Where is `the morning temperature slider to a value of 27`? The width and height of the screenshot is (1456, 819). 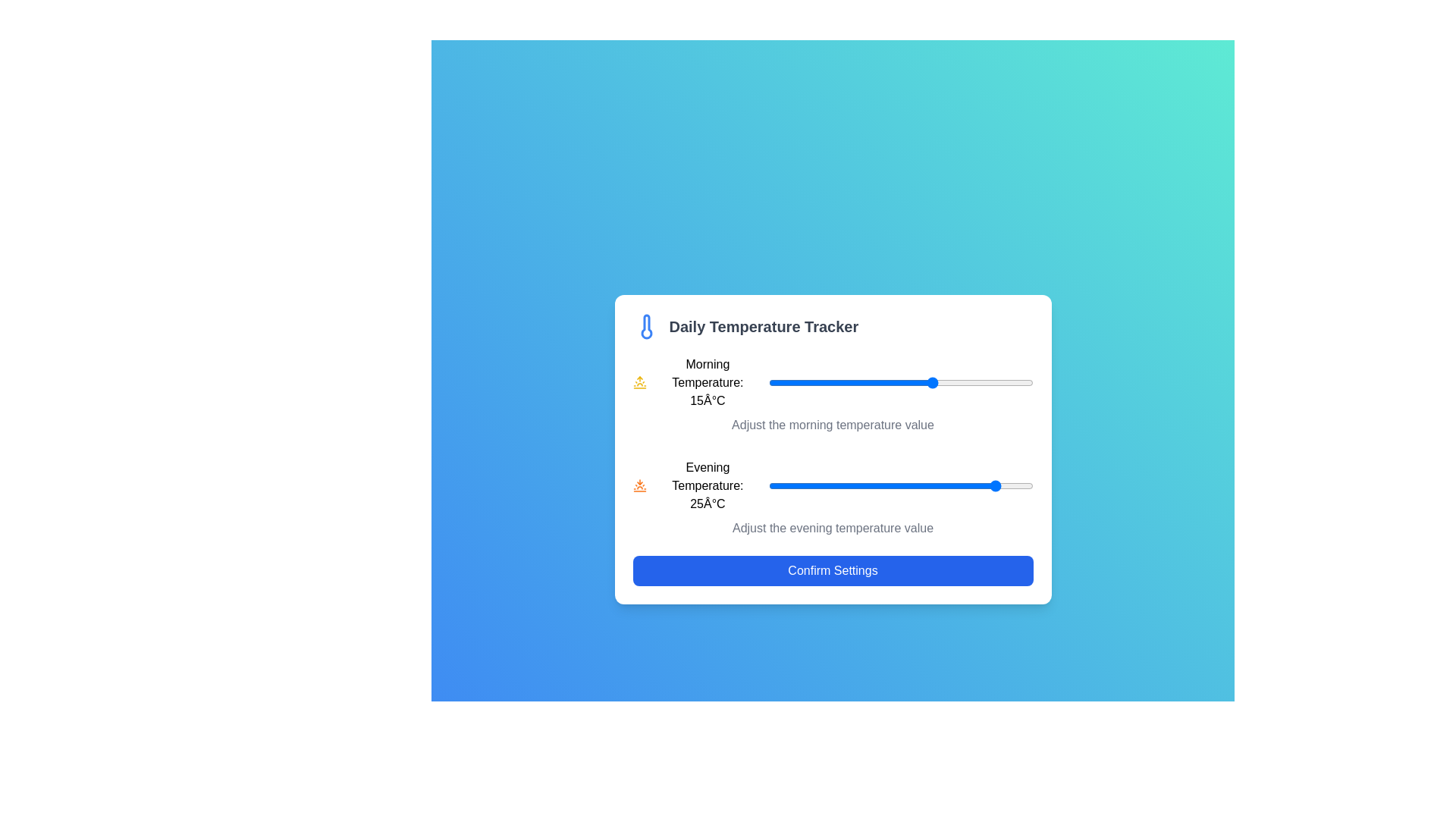 the morning temperature slider to a value of 27 is located at coordinates (1013, 382).